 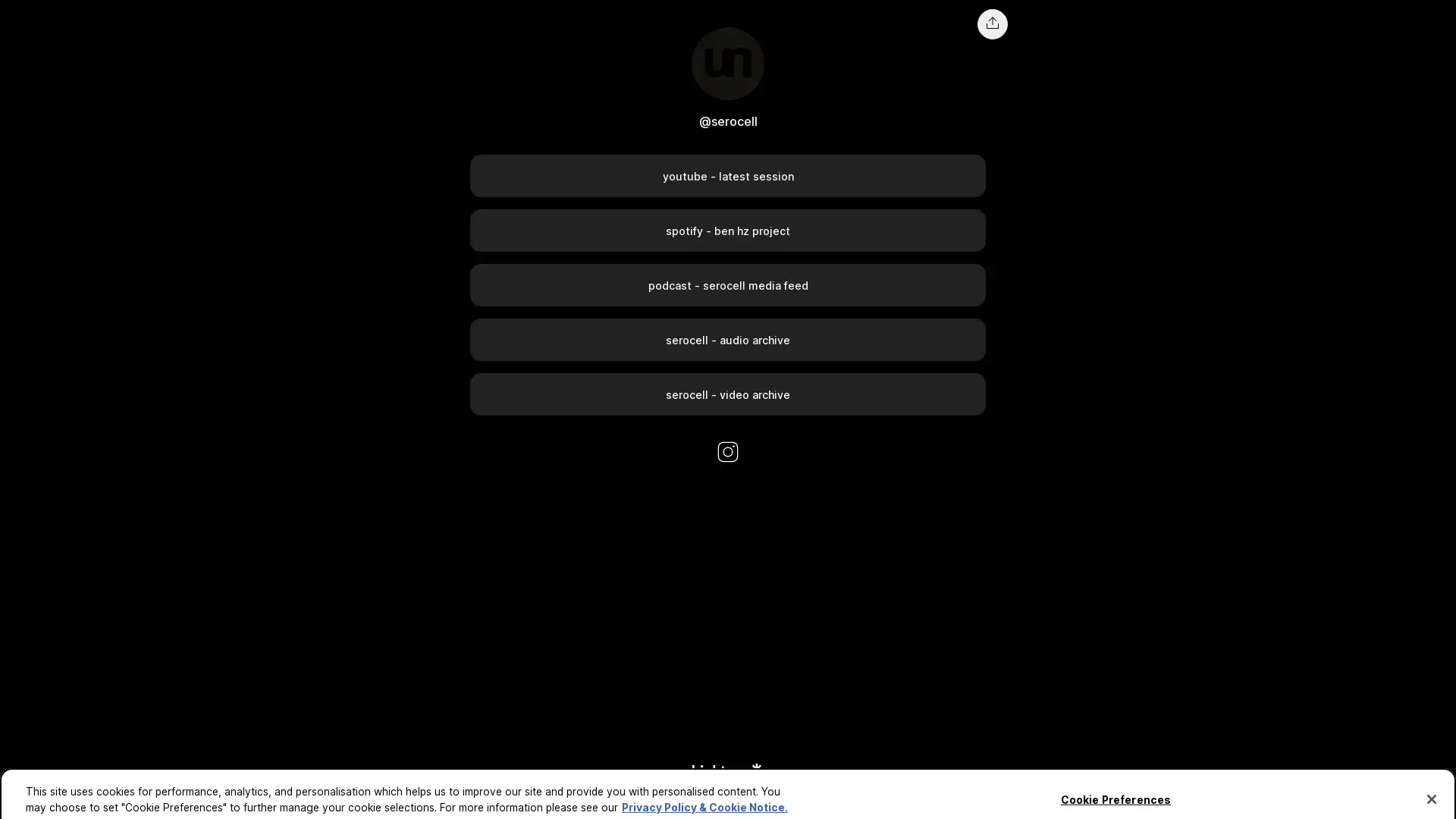 I want to click on Close, so click(x=1430, y=783).